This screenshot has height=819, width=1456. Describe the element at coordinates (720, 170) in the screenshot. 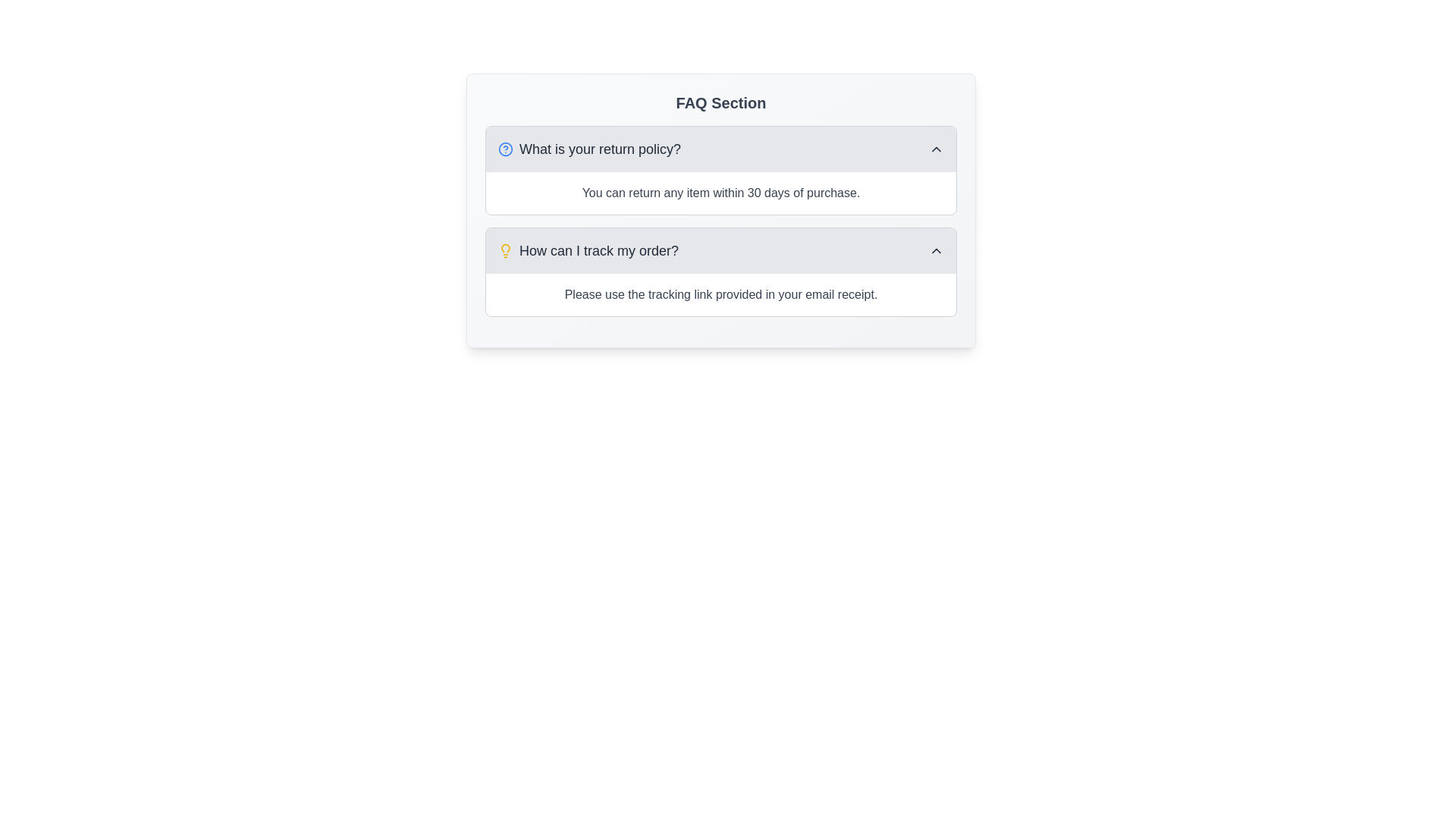

I see `the collapsible FAQ section titled 'What is your return policy?'` at that location.